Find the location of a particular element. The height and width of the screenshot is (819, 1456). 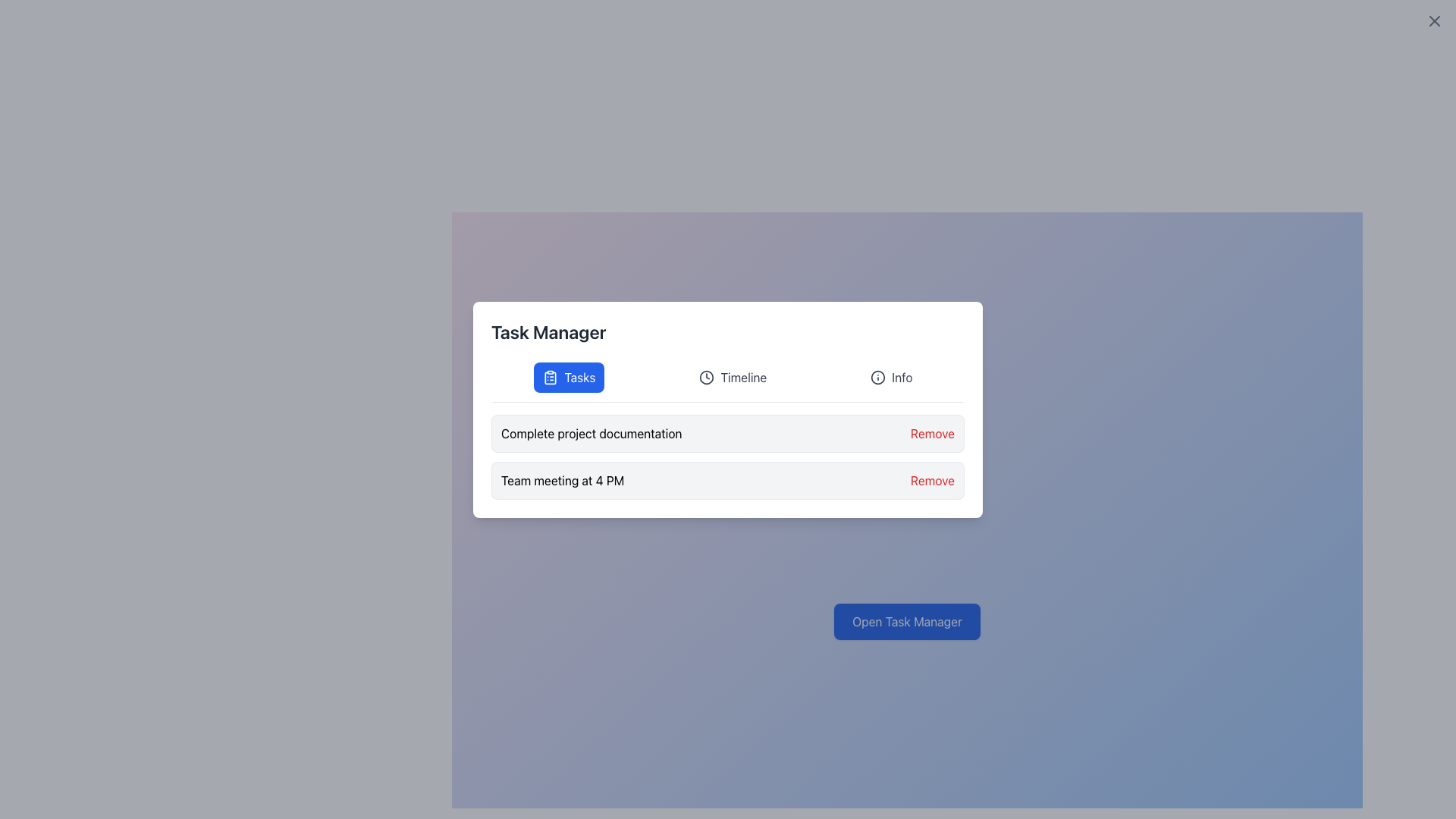

the red text link labeled 'Remove' that is styled with an underline on hover, located to the far right of the 'Team meeting at 4 PM' task label is located at coordinates (931, 480).